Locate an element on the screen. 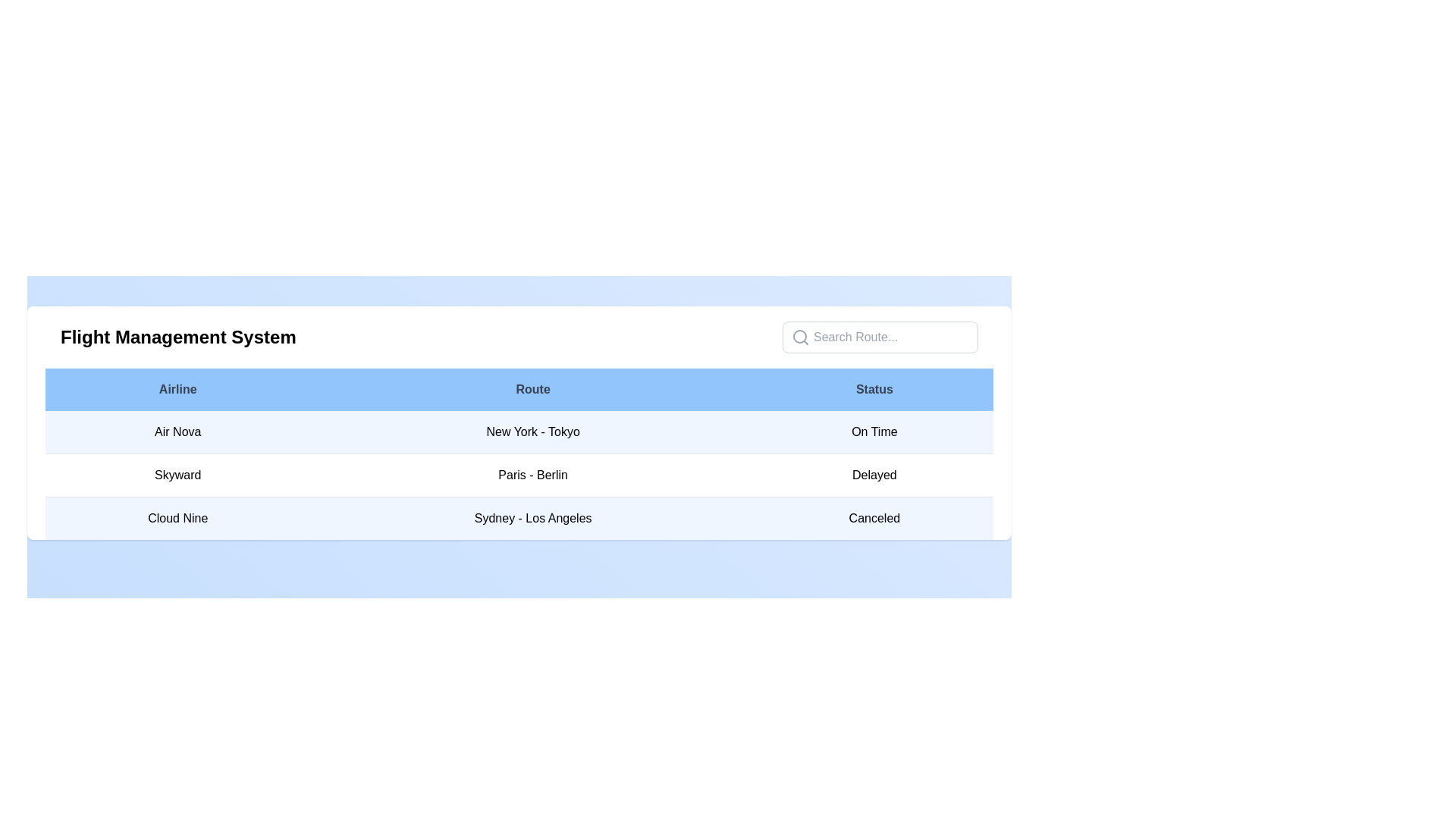  the Table Header Row containing the texts 'Airline', 'Route', and 'Status', which is styled with padding and a blue background is located at coordinates (519, 388).